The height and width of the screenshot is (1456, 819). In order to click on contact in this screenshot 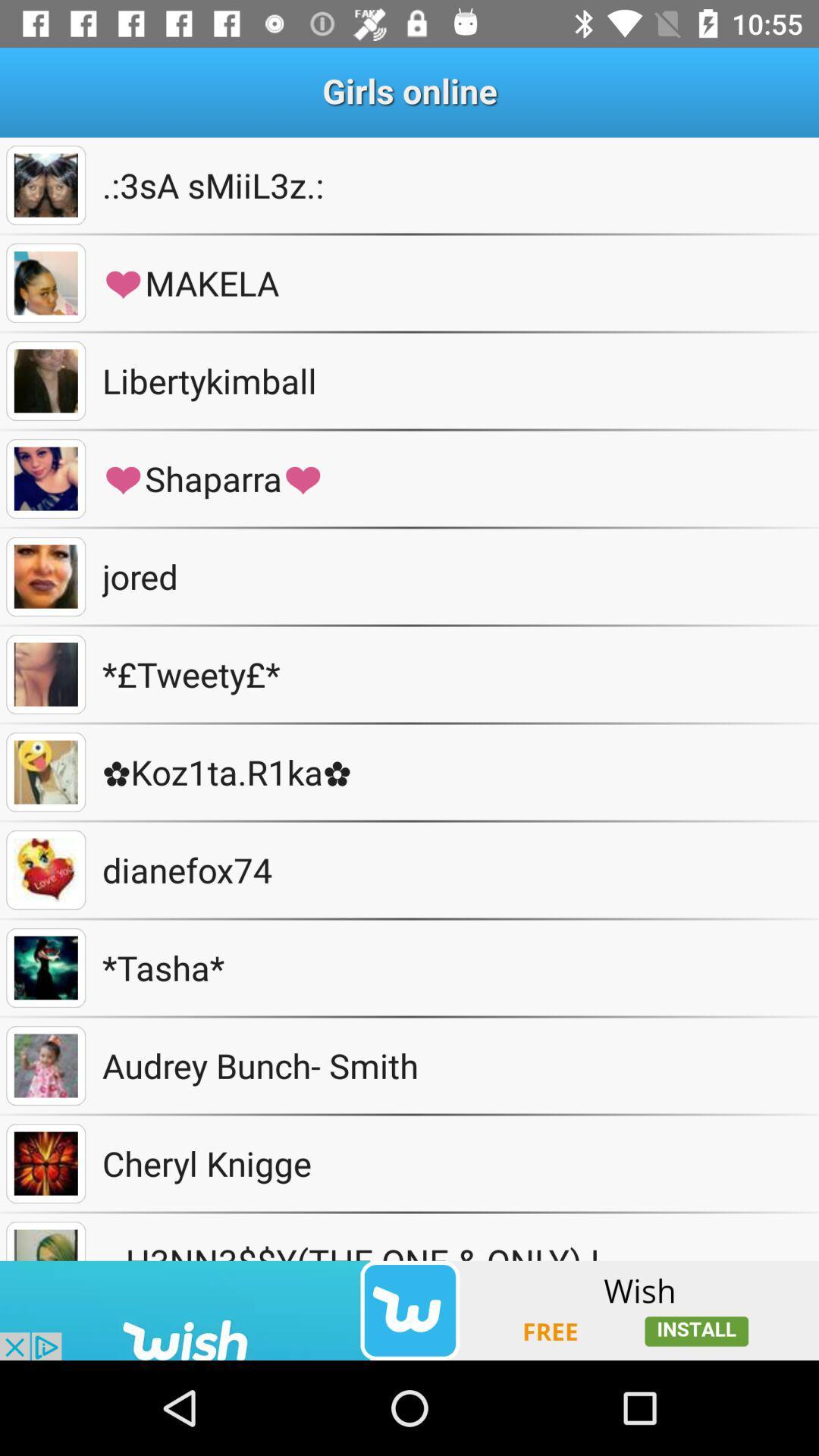, I will do `click(45, 184)`.